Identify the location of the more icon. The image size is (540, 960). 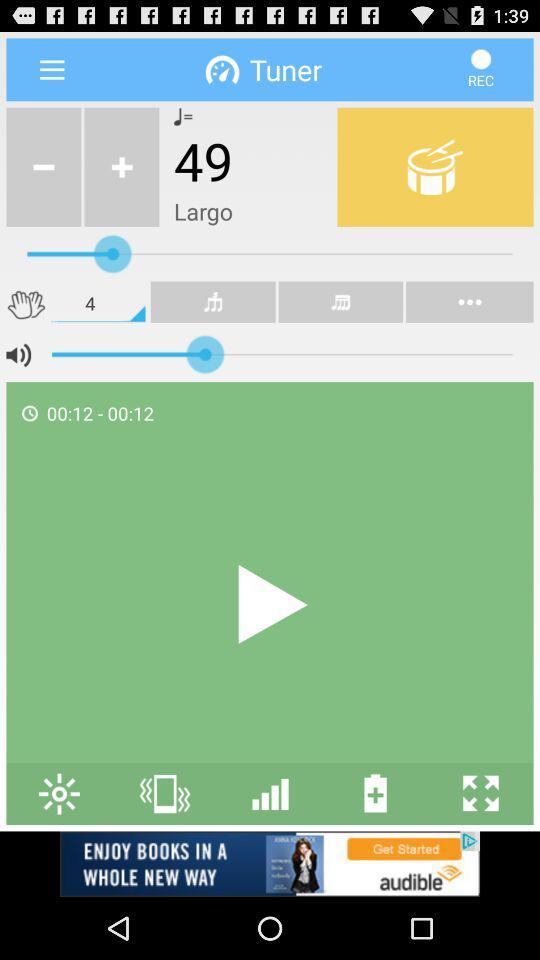
(339, 323).